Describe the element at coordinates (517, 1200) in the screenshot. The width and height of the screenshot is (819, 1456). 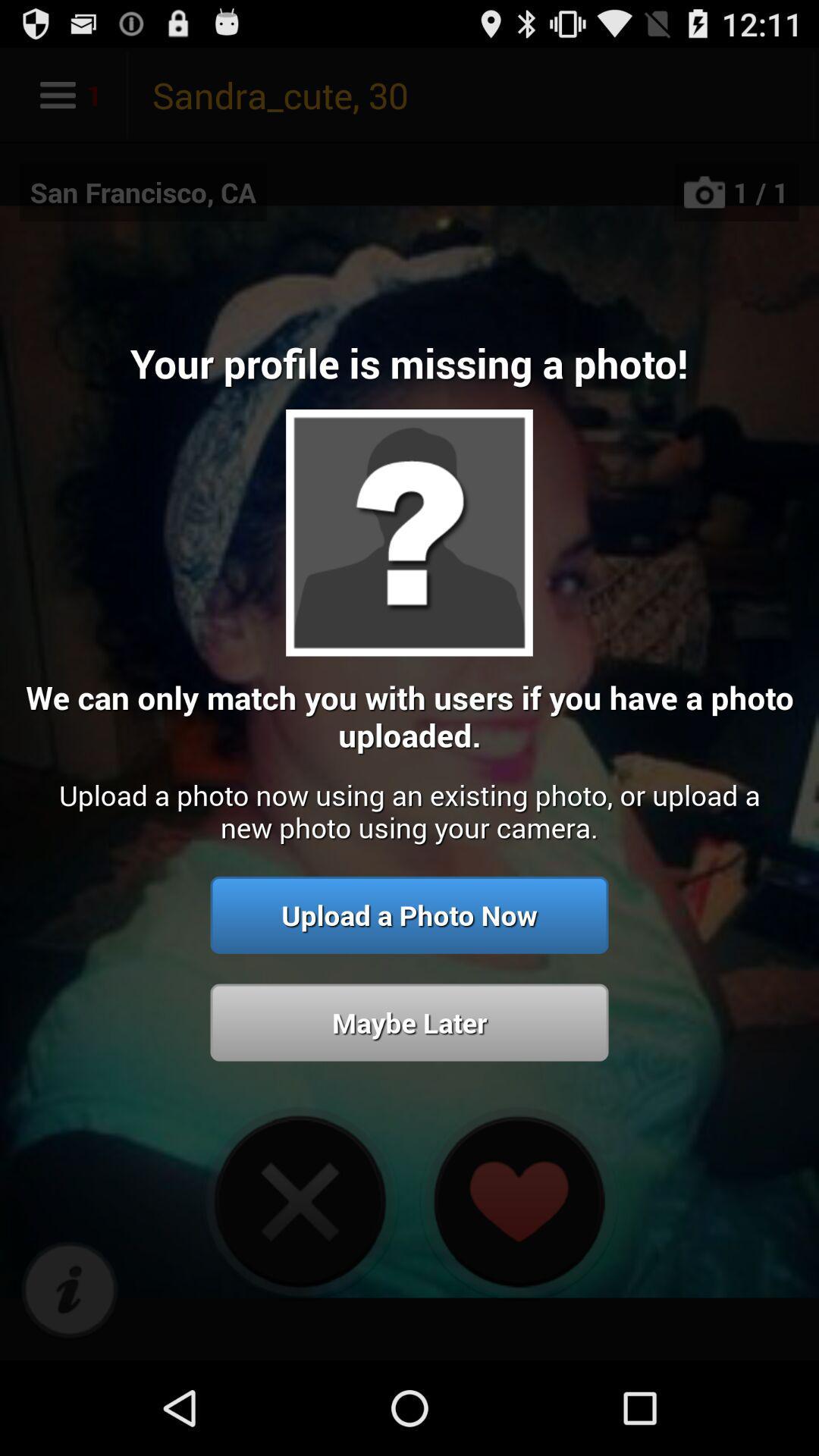
I see `heart icon` at that location.